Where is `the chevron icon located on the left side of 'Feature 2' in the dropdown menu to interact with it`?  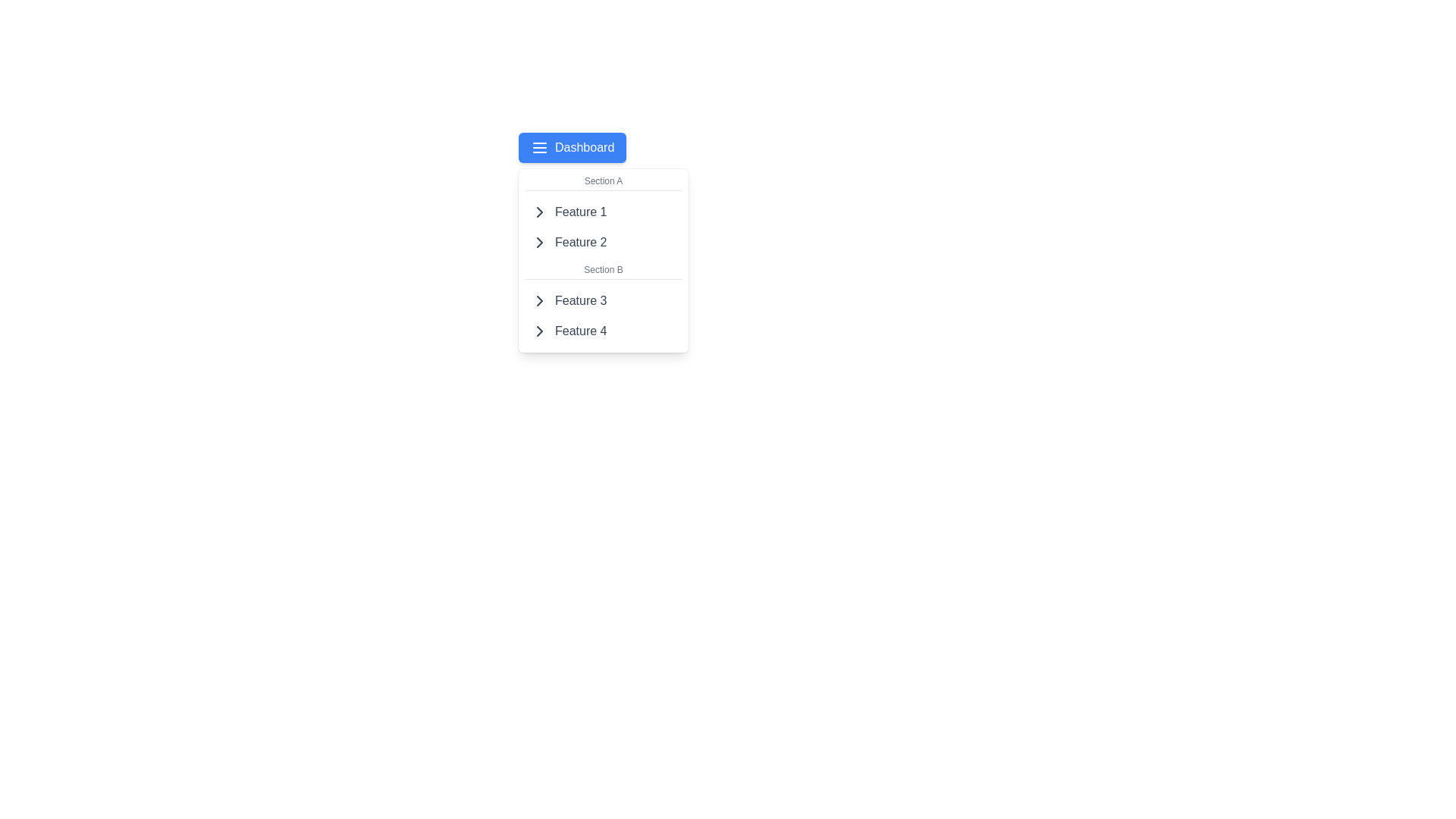
the chevron icon located on the left side of 'Feature 2' in the dropdown menu to interact with it is located at coordinates (539, 242).